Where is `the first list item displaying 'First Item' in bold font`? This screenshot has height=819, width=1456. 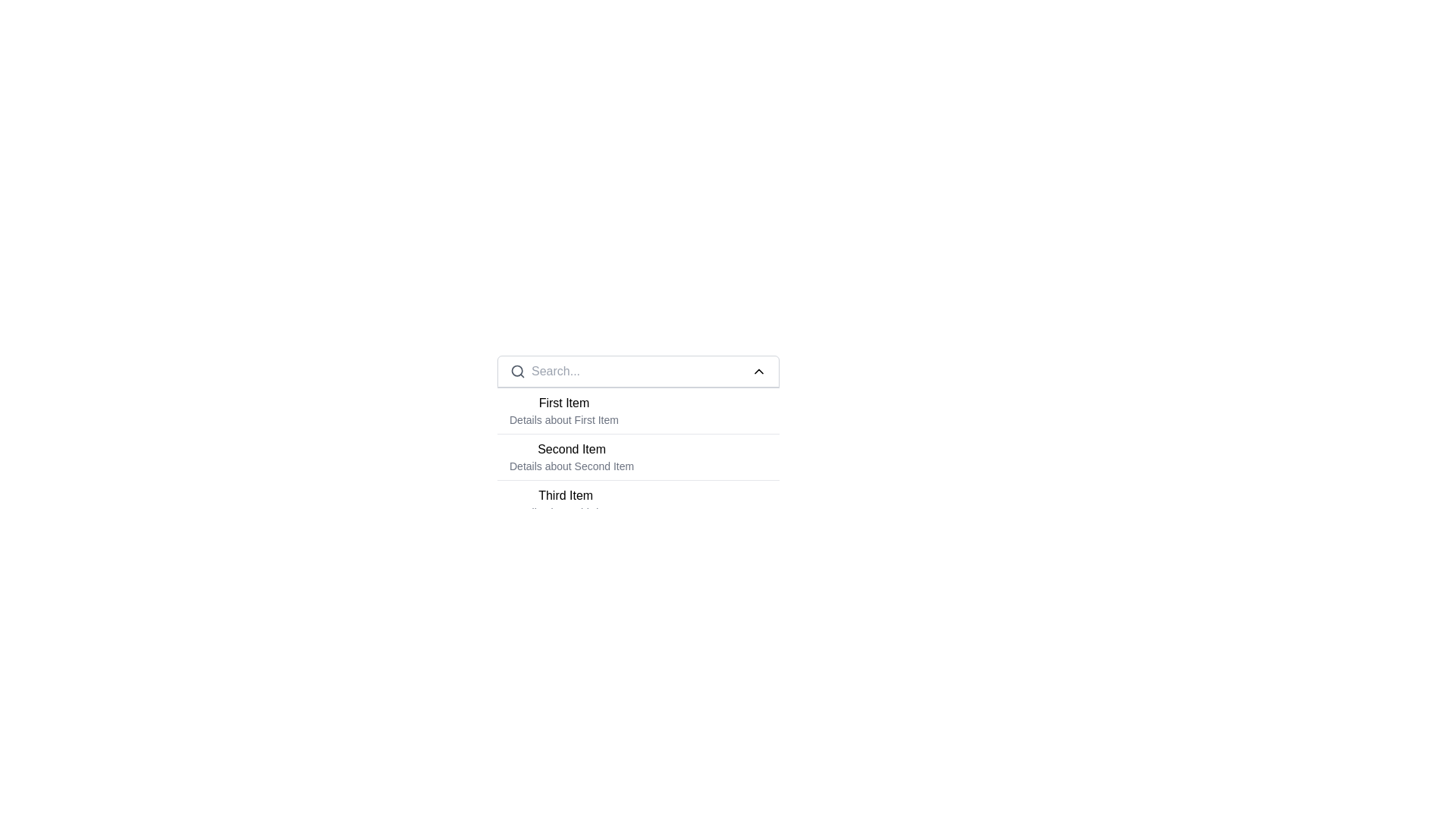 the first list item displaying 'First Item' in bold font is located at coordinates (638, 411).